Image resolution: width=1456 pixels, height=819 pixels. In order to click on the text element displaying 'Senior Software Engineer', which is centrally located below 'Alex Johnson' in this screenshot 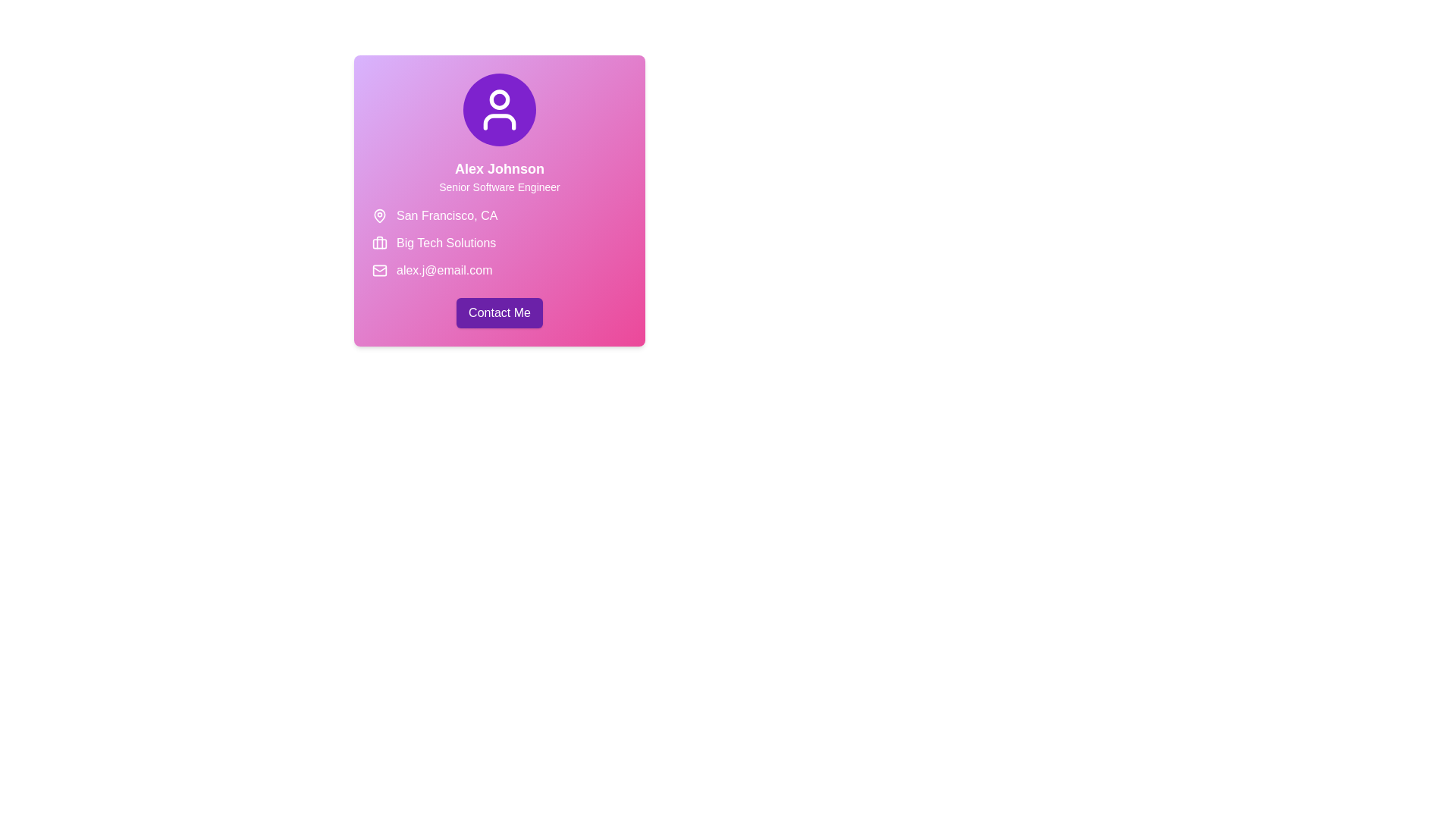, I will do `click(499, 186)`.